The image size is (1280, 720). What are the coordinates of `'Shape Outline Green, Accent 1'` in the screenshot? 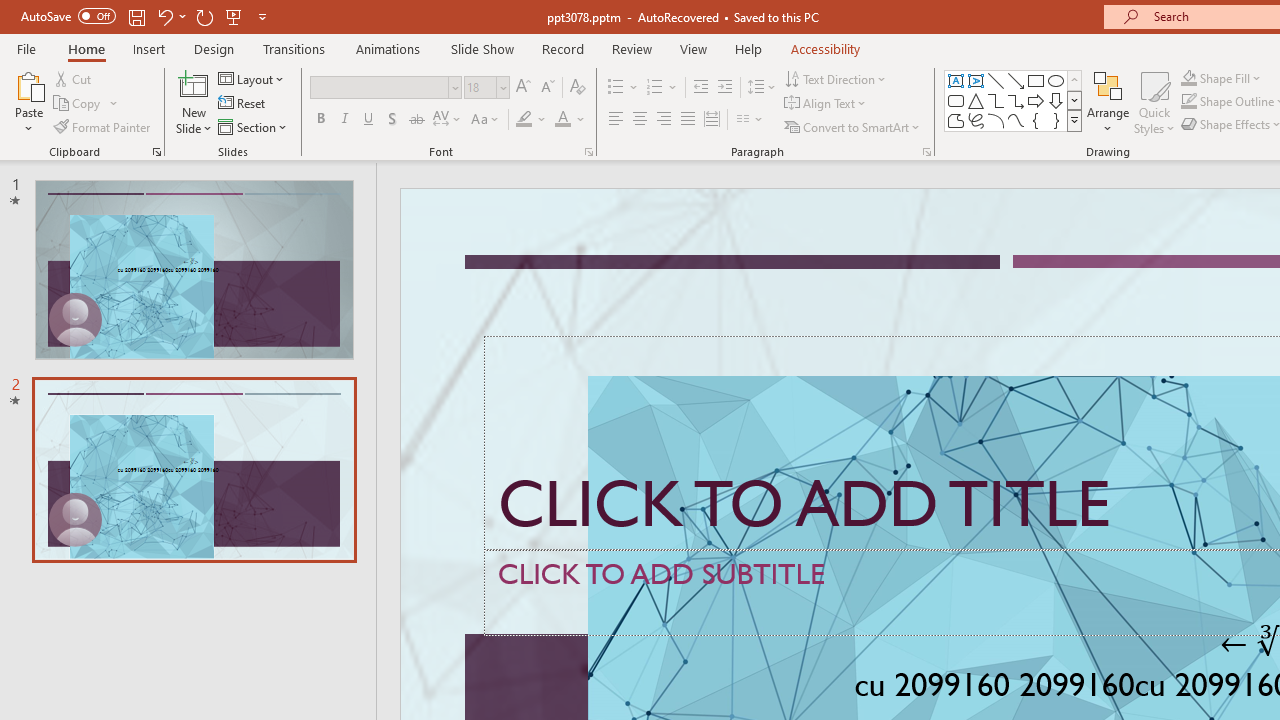 It's located at (1189, 101).